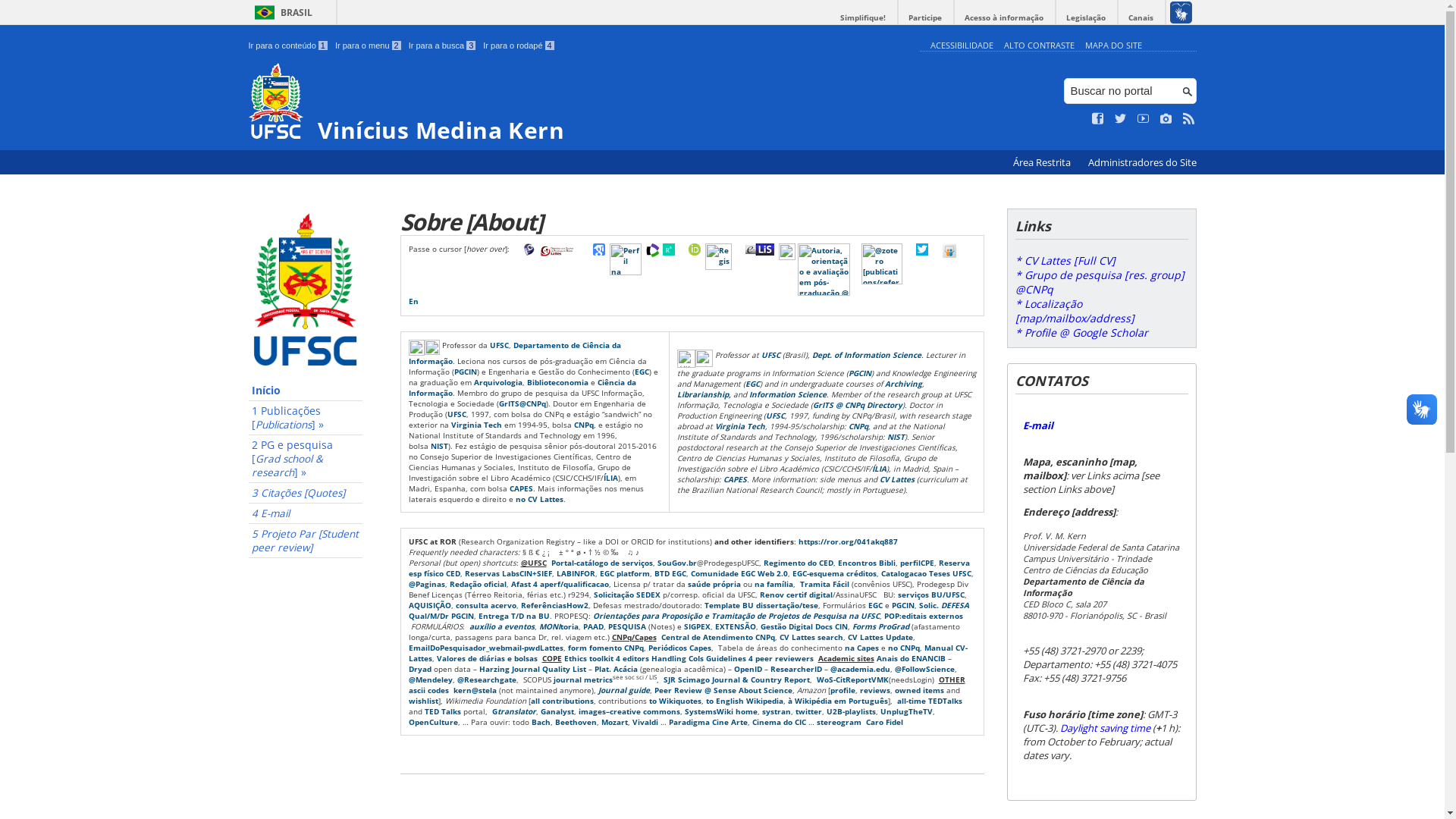 This screenshot has height=819, width=1456. What do you see at coordinates (722, 690) in the screenshot?
I see `'Peer Review @ Sense About Science'` at bounding box center [722, 690].